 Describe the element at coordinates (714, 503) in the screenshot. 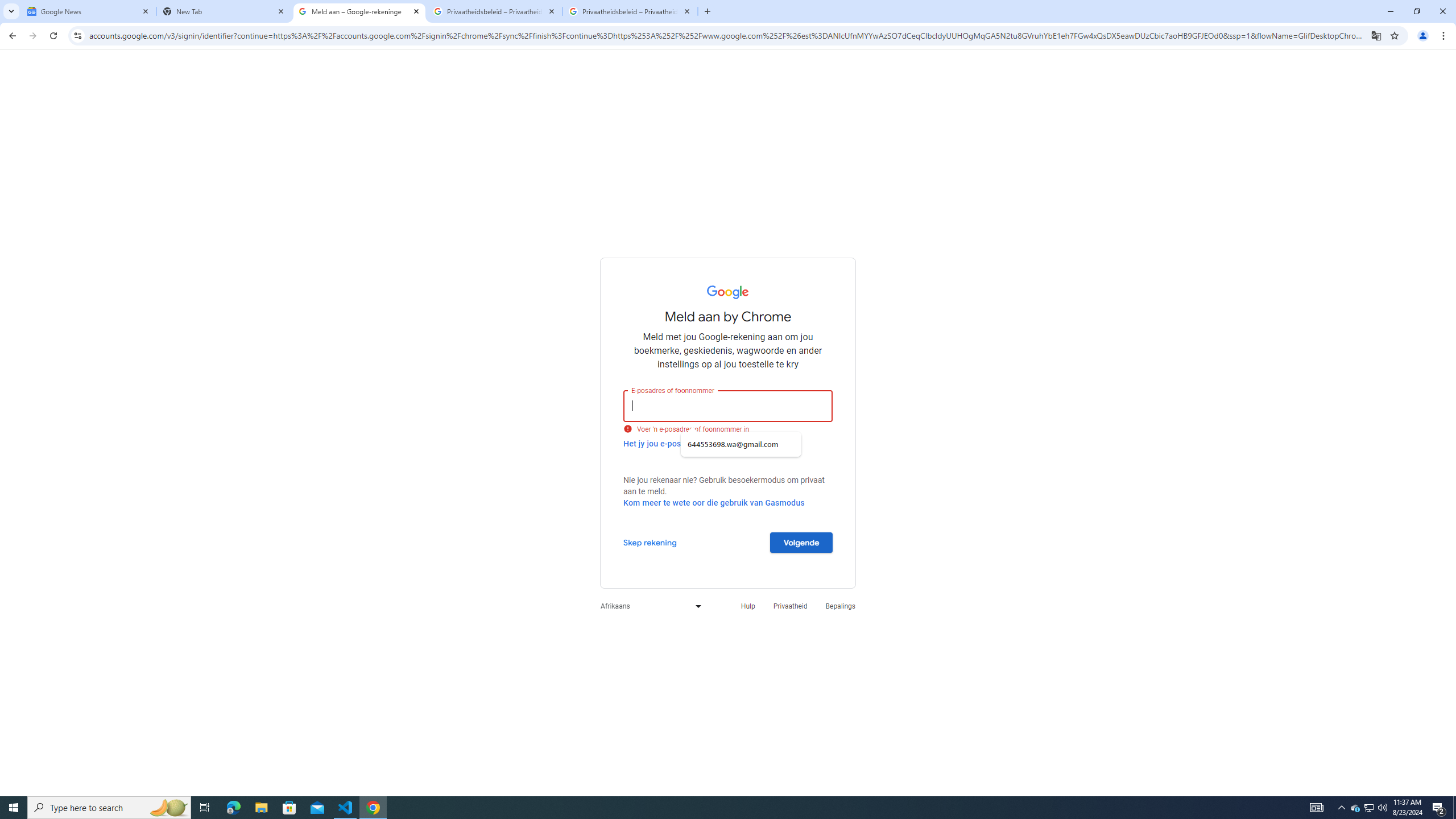

I see `'Kom meer te wete oor die gebruik van Gasmodus'` at that location.